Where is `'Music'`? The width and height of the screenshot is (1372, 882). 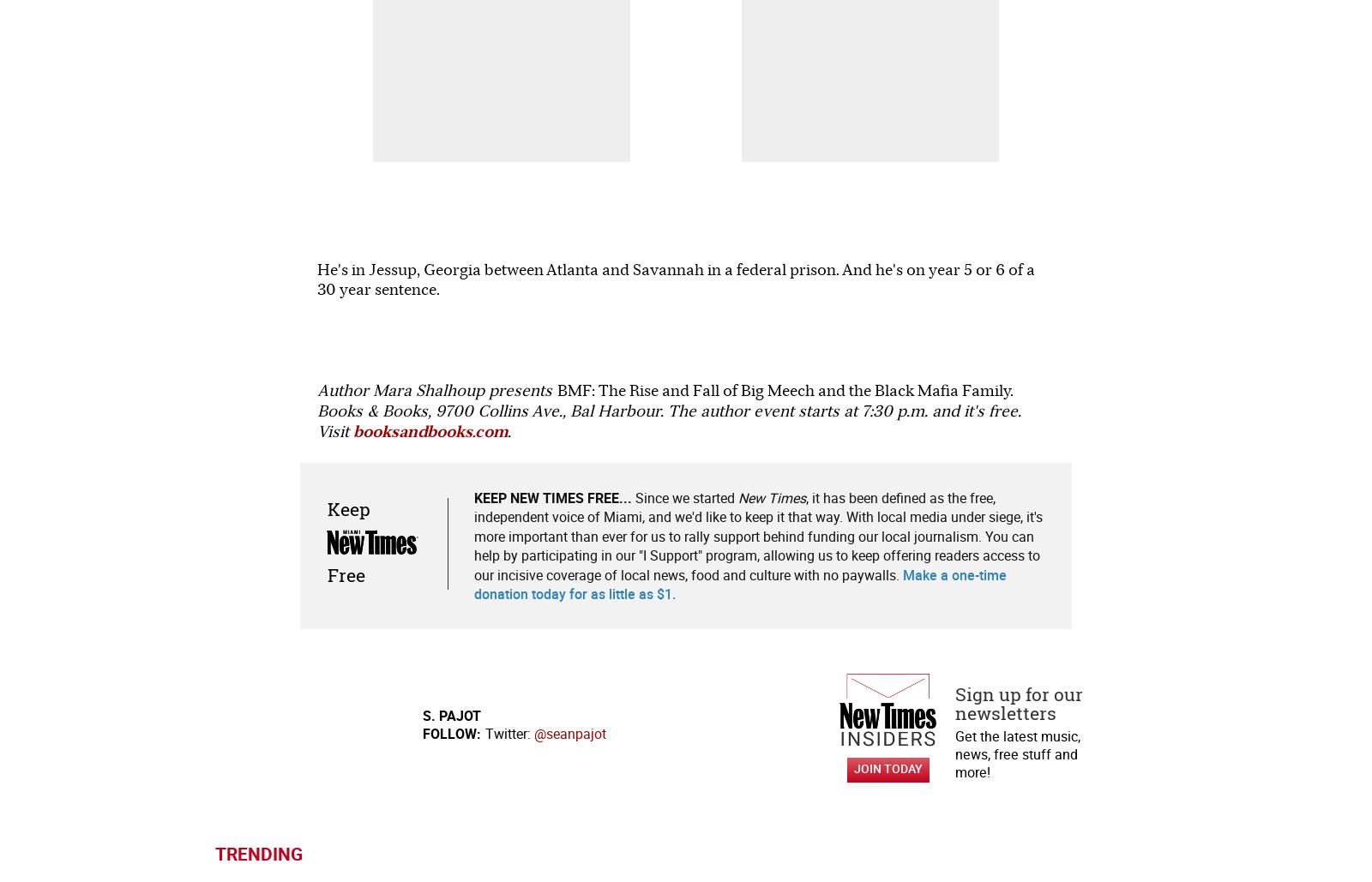
'Music' is located at coordinates (485, 652).